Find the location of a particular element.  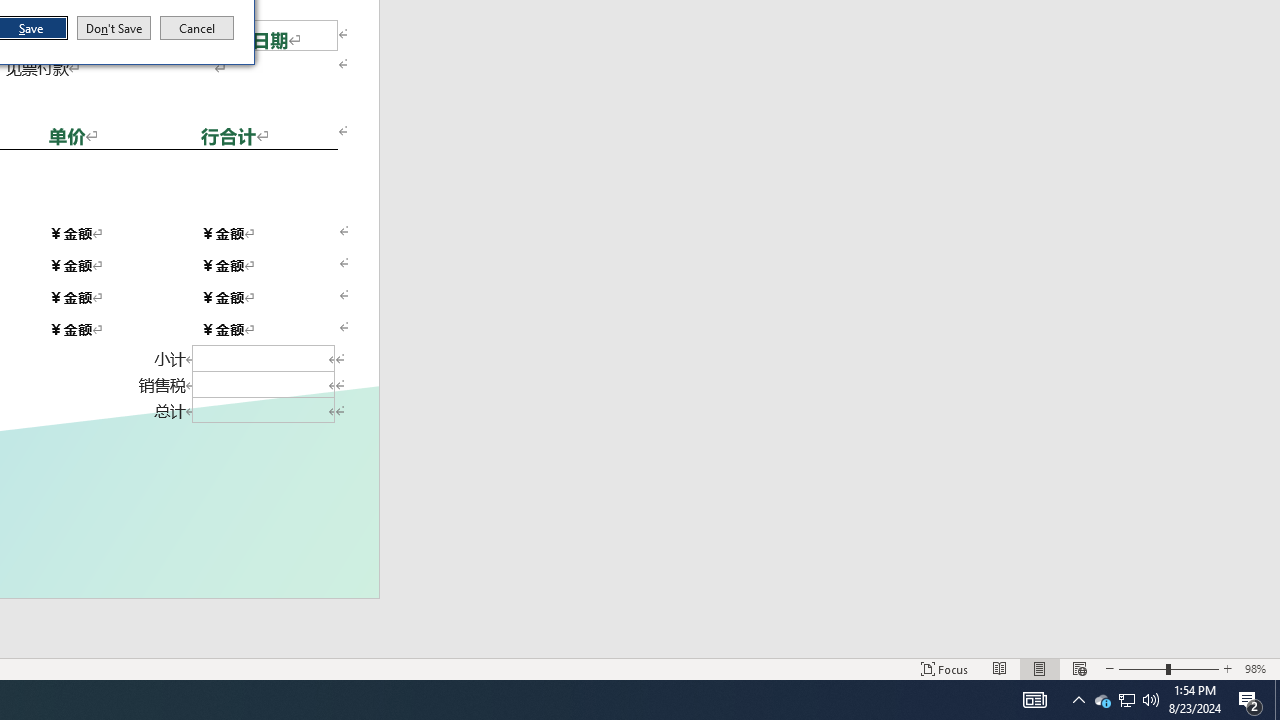

'Cancel' is located at coordinates (197, 28).